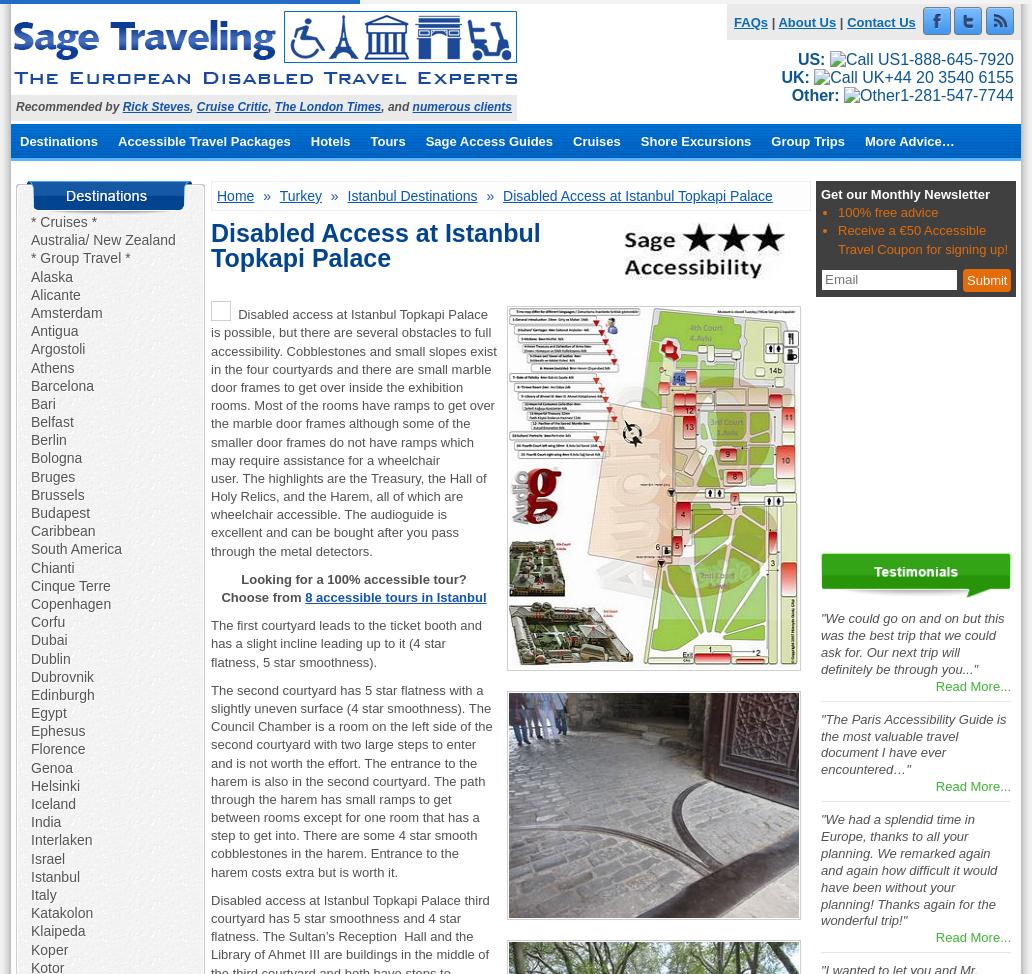 The height and width of the screenshot is (974, 1032). Describe the element at coordinates (48, 438) in the screenshot. I see `'Berlin'` at that location.